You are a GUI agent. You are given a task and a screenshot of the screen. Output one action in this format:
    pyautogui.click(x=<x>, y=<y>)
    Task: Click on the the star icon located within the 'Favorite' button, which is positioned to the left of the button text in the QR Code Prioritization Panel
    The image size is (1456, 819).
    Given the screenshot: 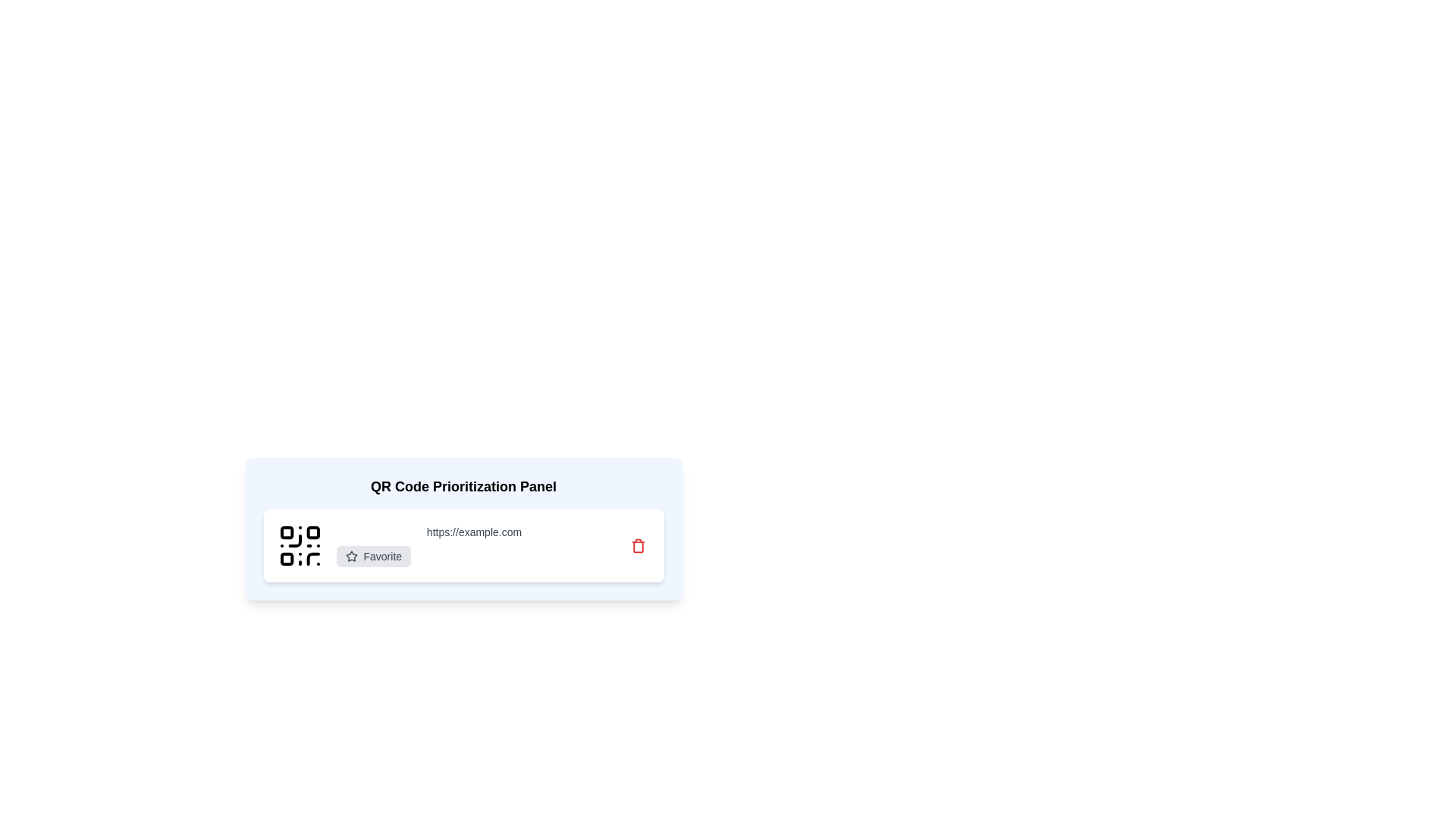 What is the action you would take?
    pyautogui.click(x=350, y=556)
    